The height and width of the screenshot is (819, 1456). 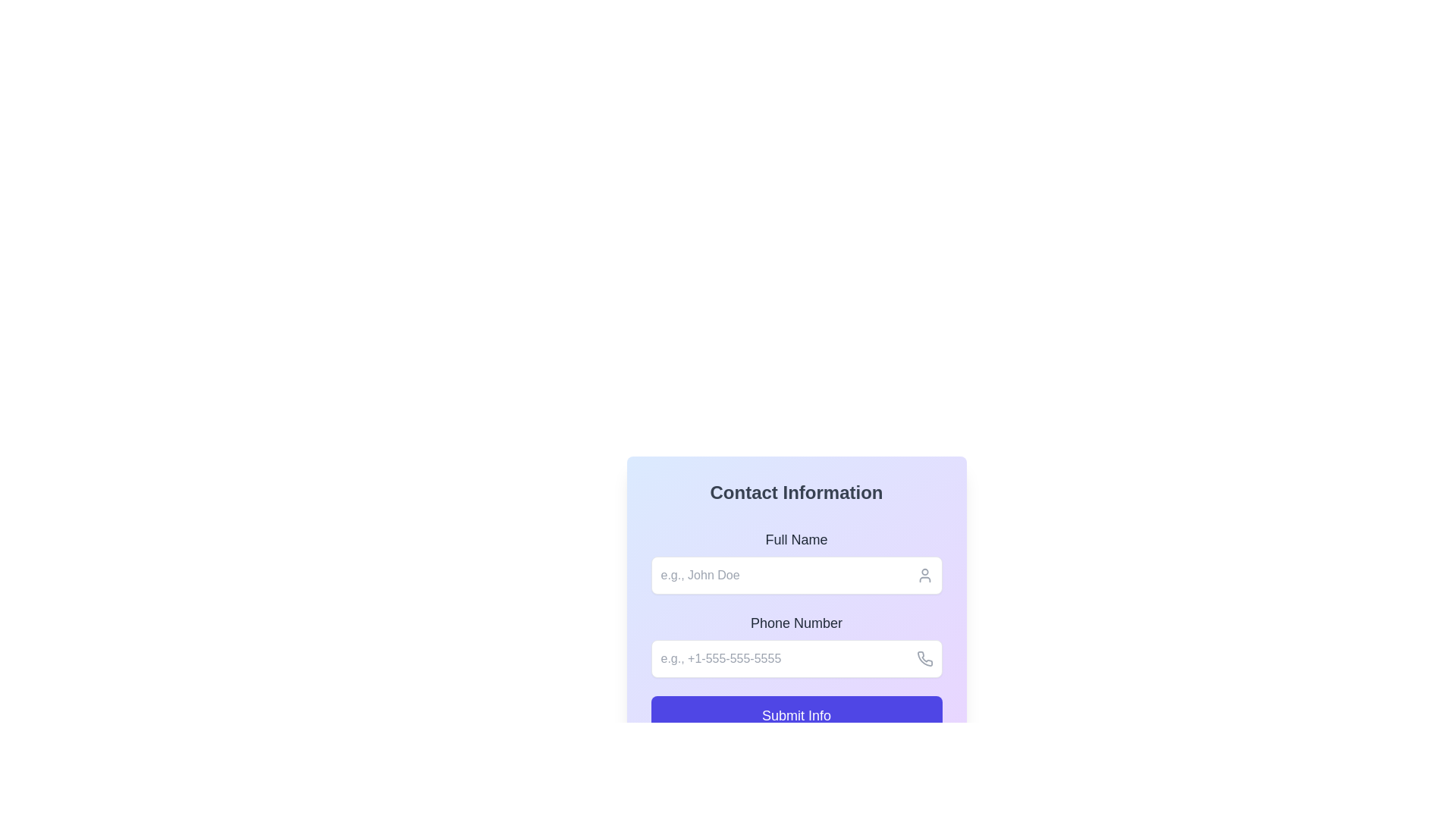 What do you see at coordinates (795, 493) in the screenshot?
I see `the 'Contact Information' text label, which is styled in bold, large font and displayed at the top-center of the contact information section` at bounding box center [795, 493].